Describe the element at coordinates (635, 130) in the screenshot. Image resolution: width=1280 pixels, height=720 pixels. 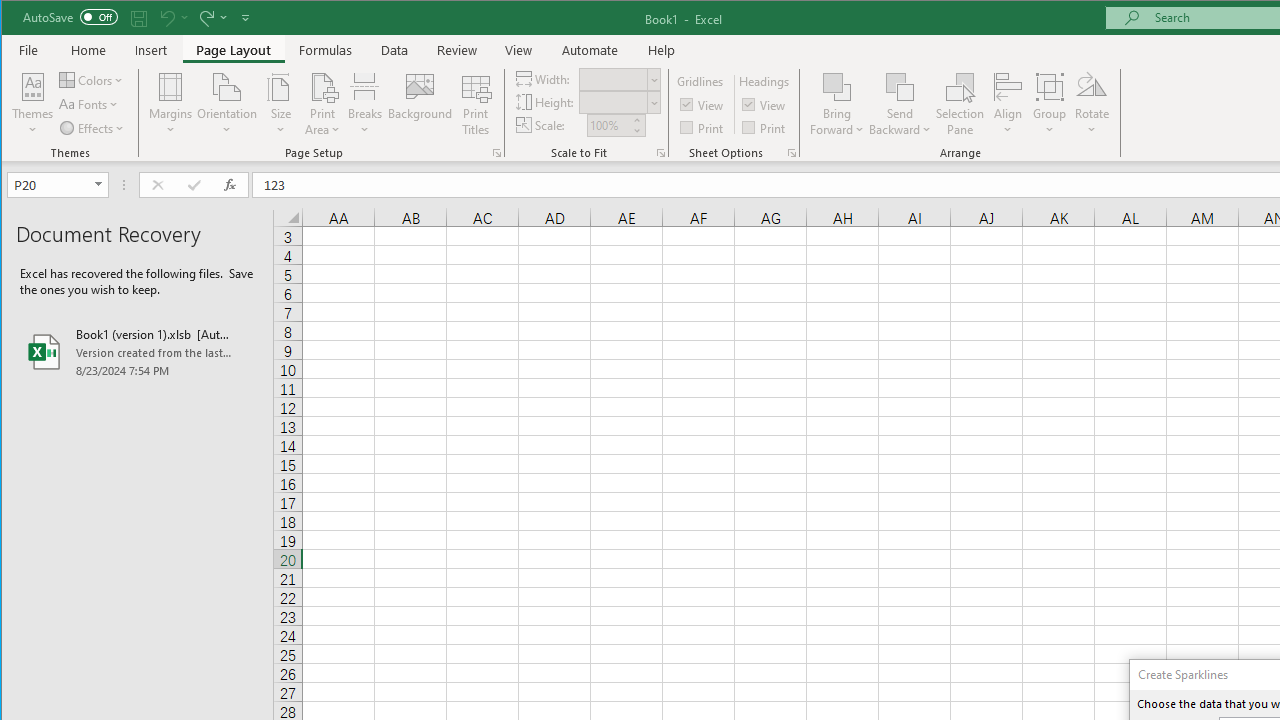
I see `'Less'` at that location.